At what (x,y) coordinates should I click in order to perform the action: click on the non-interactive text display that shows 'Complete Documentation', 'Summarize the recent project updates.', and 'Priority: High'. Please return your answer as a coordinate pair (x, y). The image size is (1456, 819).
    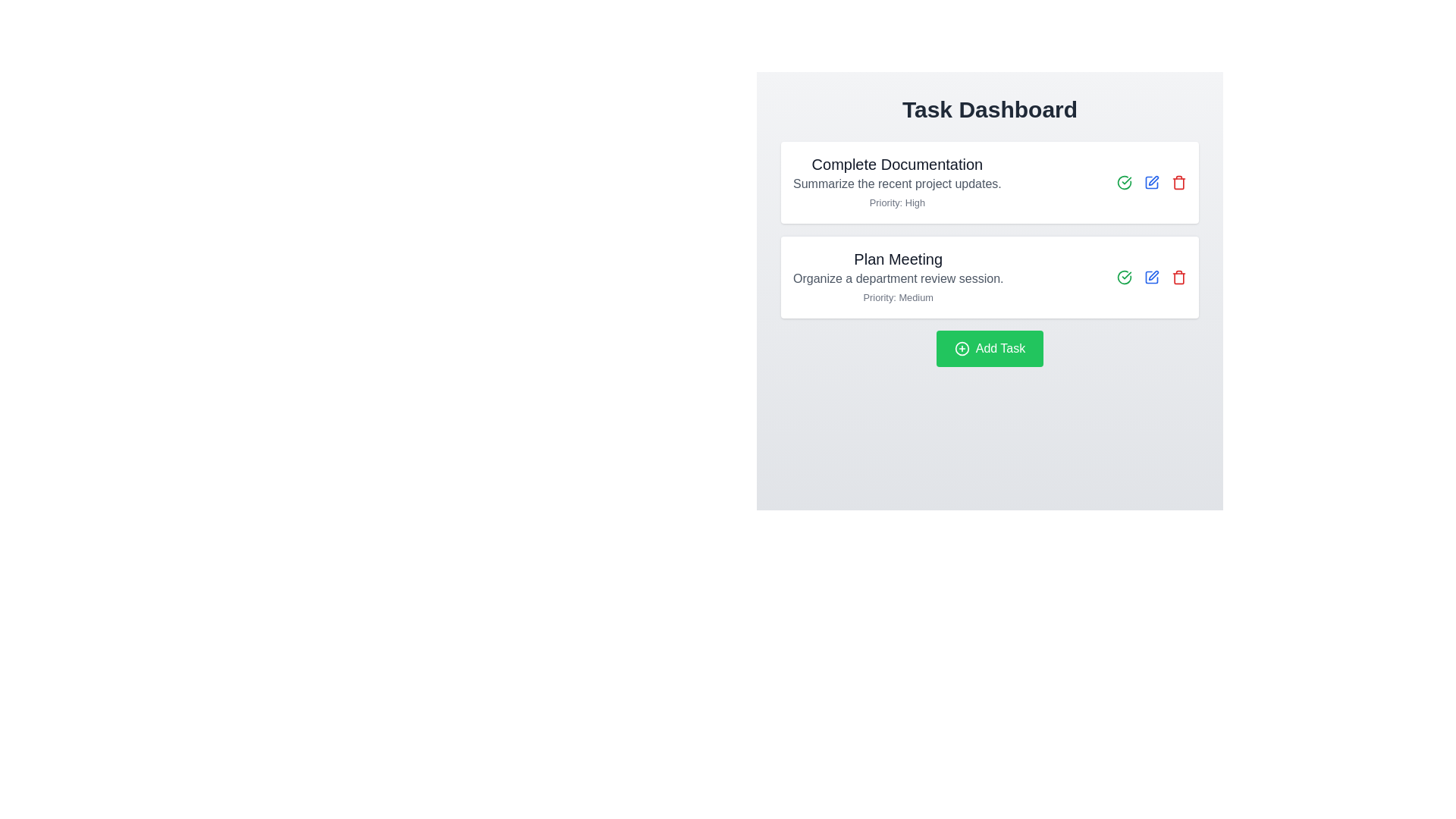
    Looking at the image, I should click on (897, 181).